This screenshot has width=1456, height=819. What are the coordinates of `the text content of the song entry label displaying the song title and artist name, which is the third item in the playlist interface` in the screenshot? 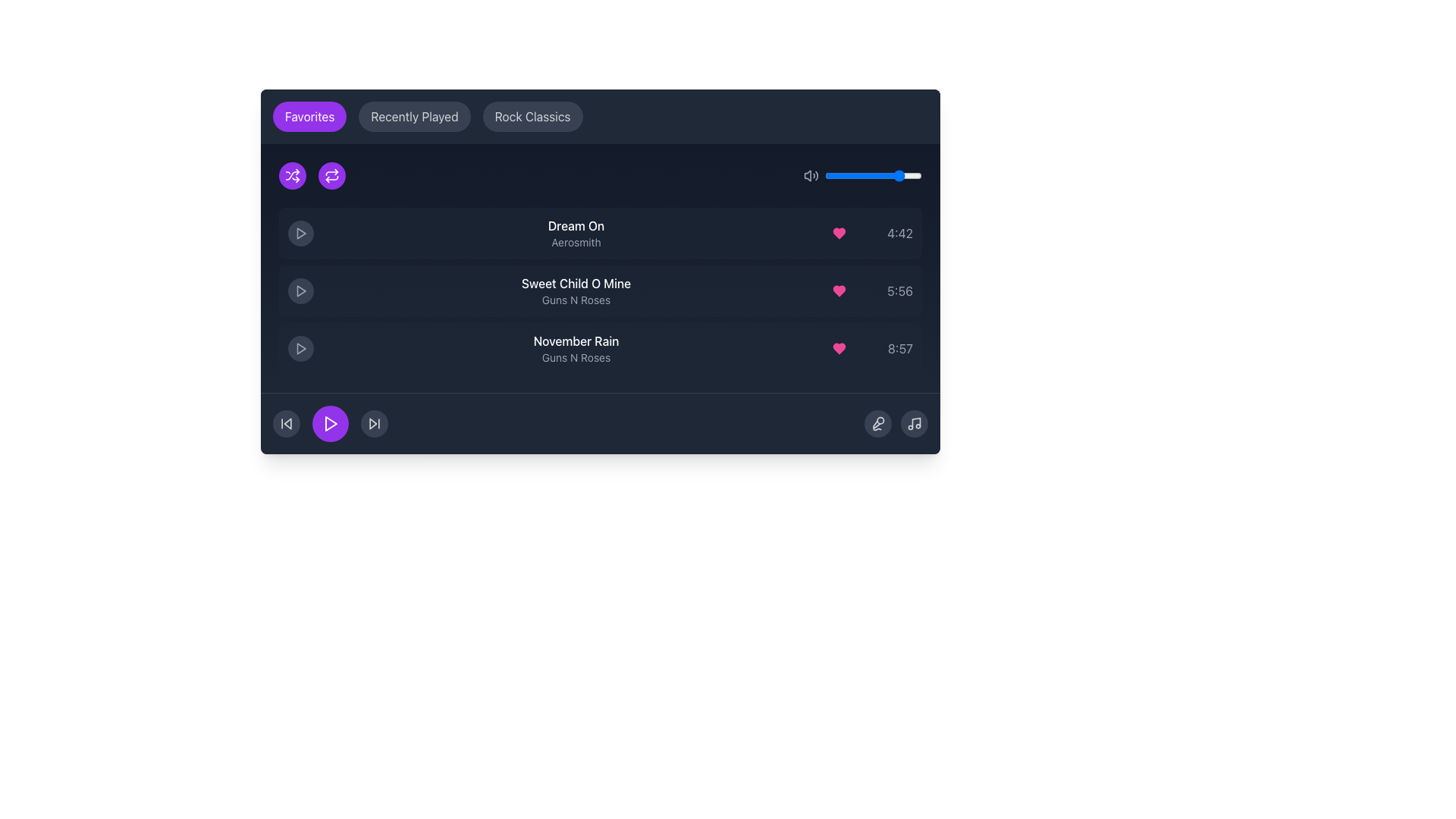 It's located at (575, 348).